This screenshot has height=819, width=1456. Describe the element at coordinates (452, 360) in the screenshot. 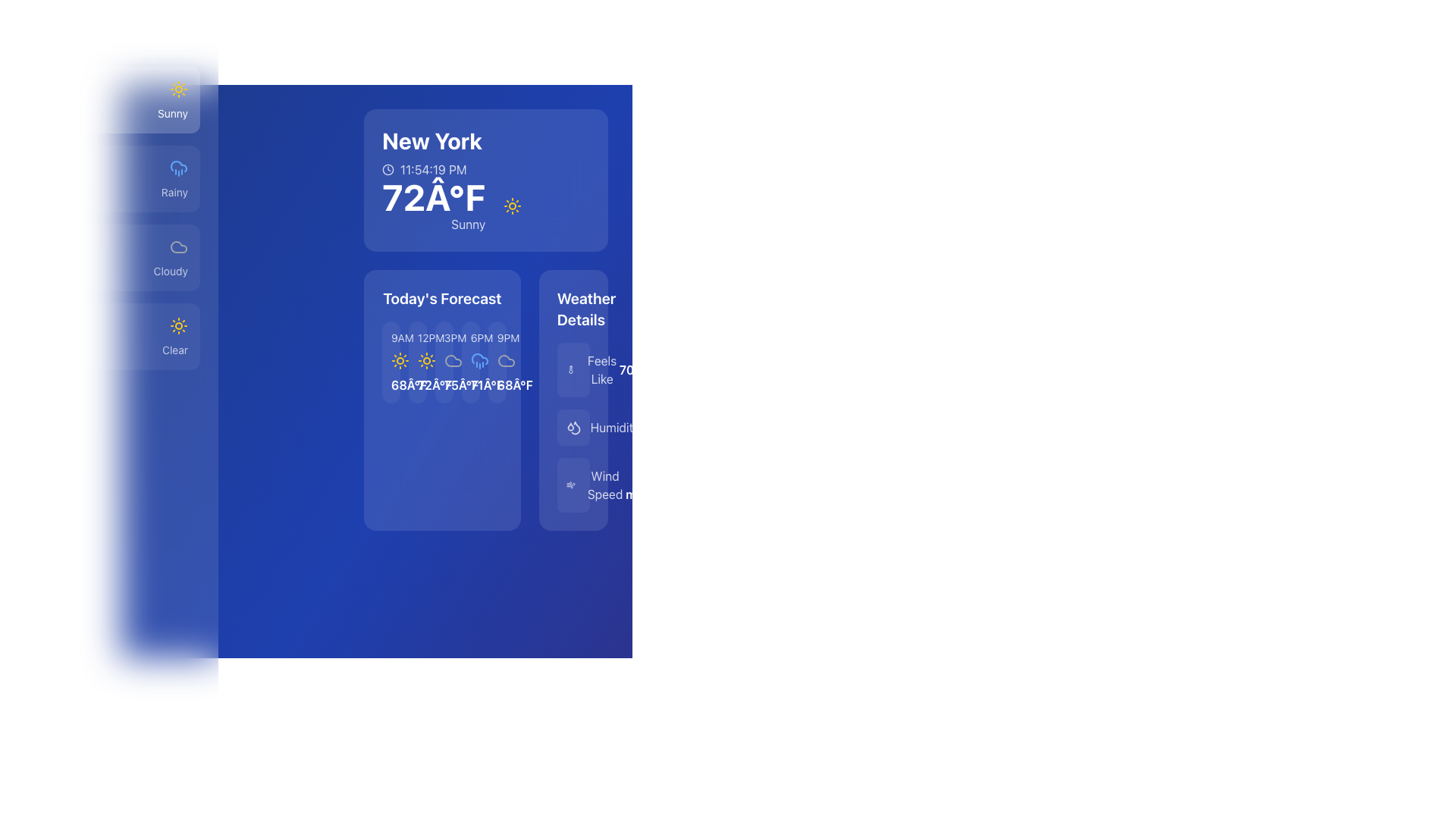

I see `the cloud icon in the 'Today's Forecast' section, which is styled with a light gray color and has a rounded outline, positioned centrally among other weather-related icons` at that location.